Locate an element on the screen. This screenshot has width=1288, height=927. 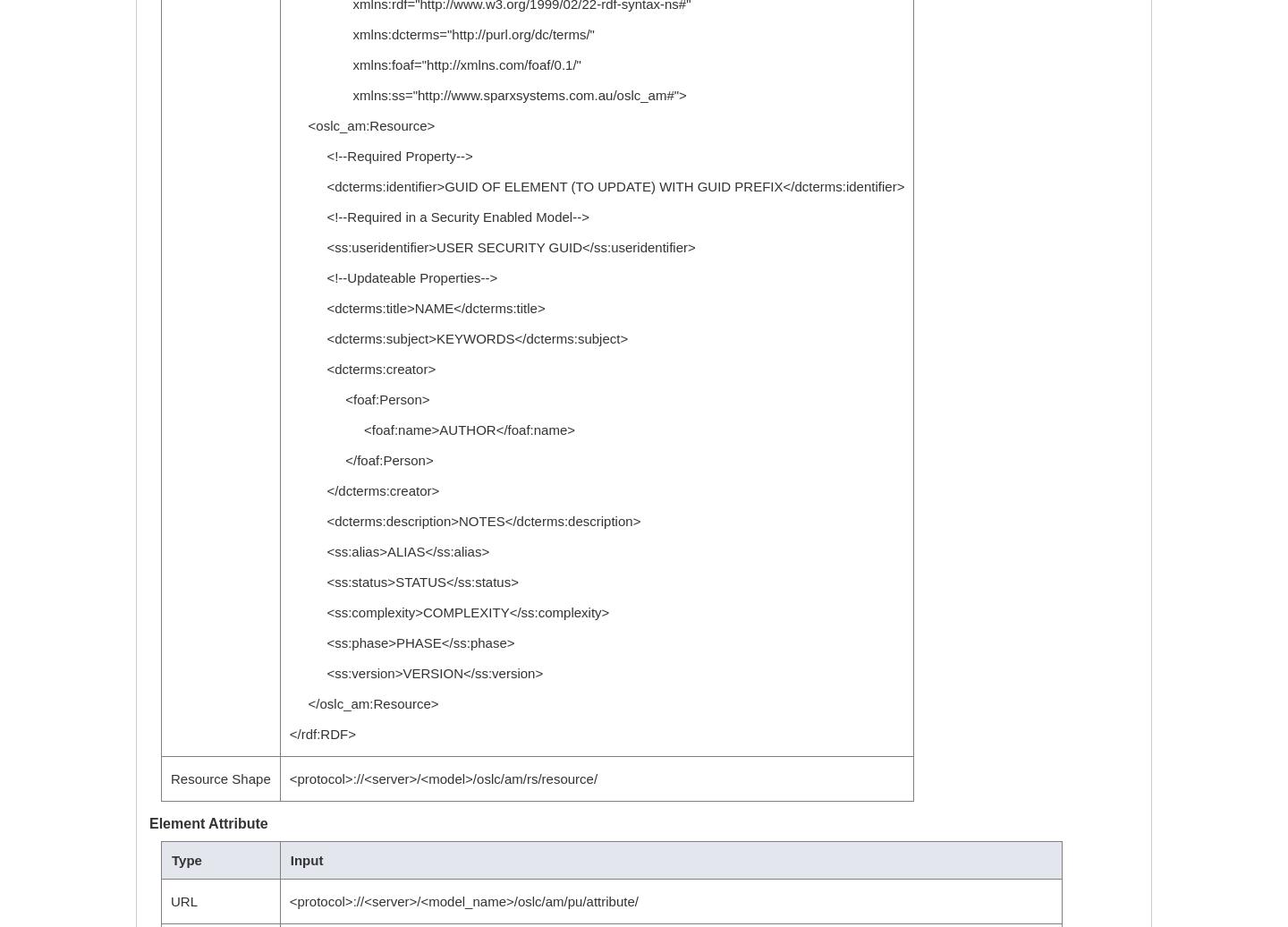
'<oslc_am:Resource>' is located at coordinates (360, 125).